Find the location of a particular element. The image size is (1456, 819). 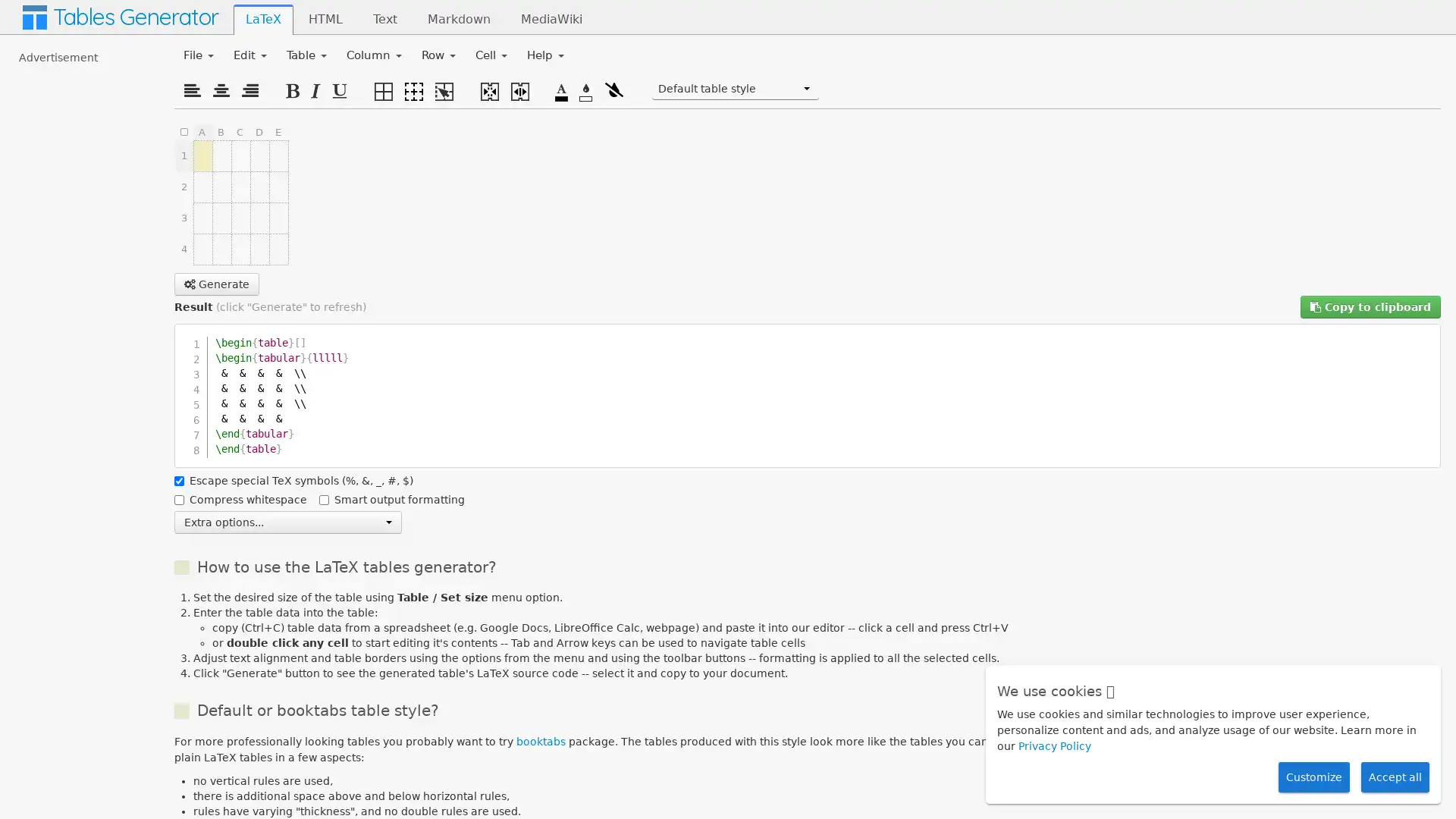

File is located at coordinates (198, 55).